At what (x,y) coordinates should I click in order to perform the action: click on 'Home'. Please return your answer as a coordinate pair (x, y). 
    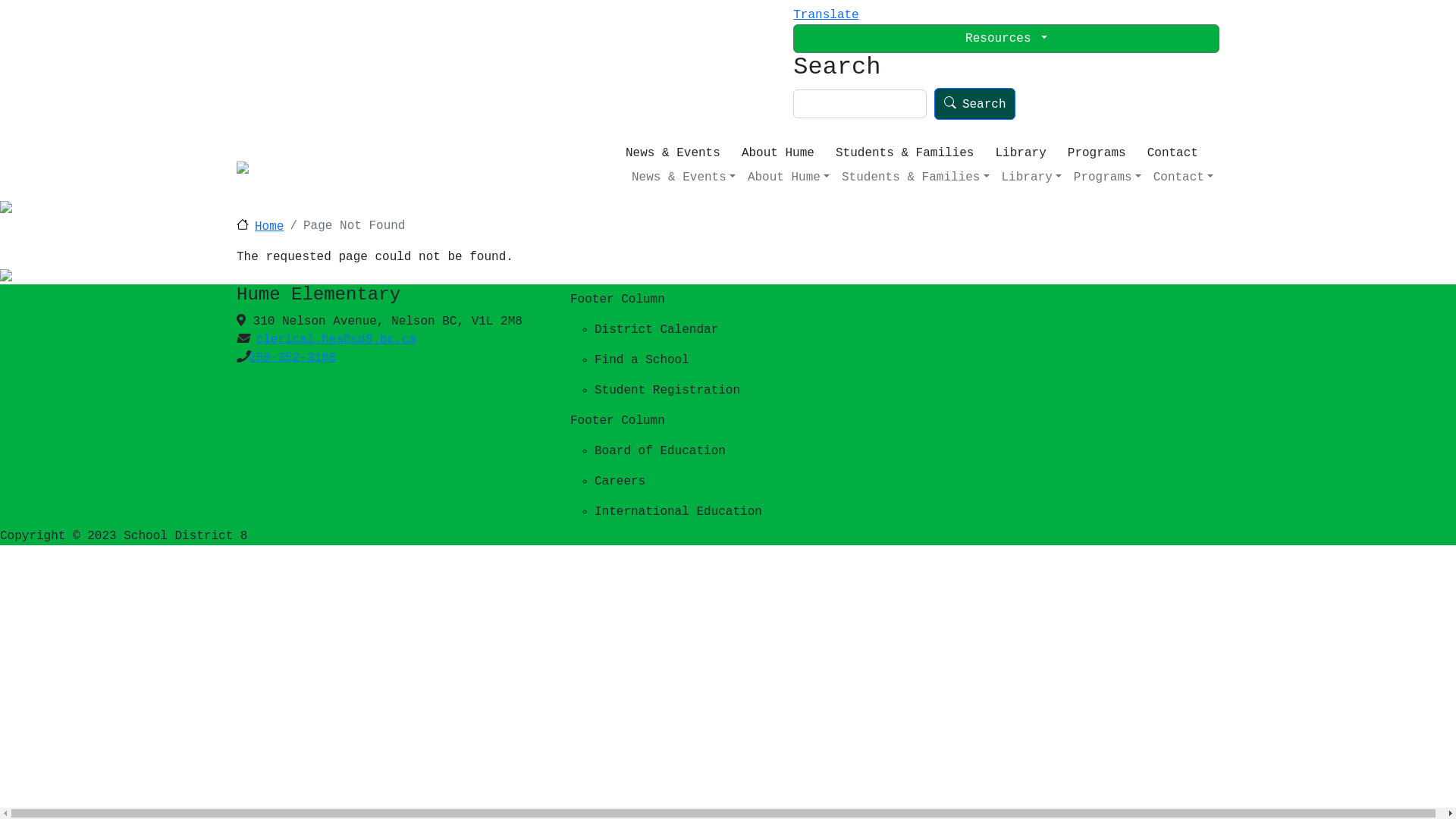
    Looking at the image, I should click on (259, 227).